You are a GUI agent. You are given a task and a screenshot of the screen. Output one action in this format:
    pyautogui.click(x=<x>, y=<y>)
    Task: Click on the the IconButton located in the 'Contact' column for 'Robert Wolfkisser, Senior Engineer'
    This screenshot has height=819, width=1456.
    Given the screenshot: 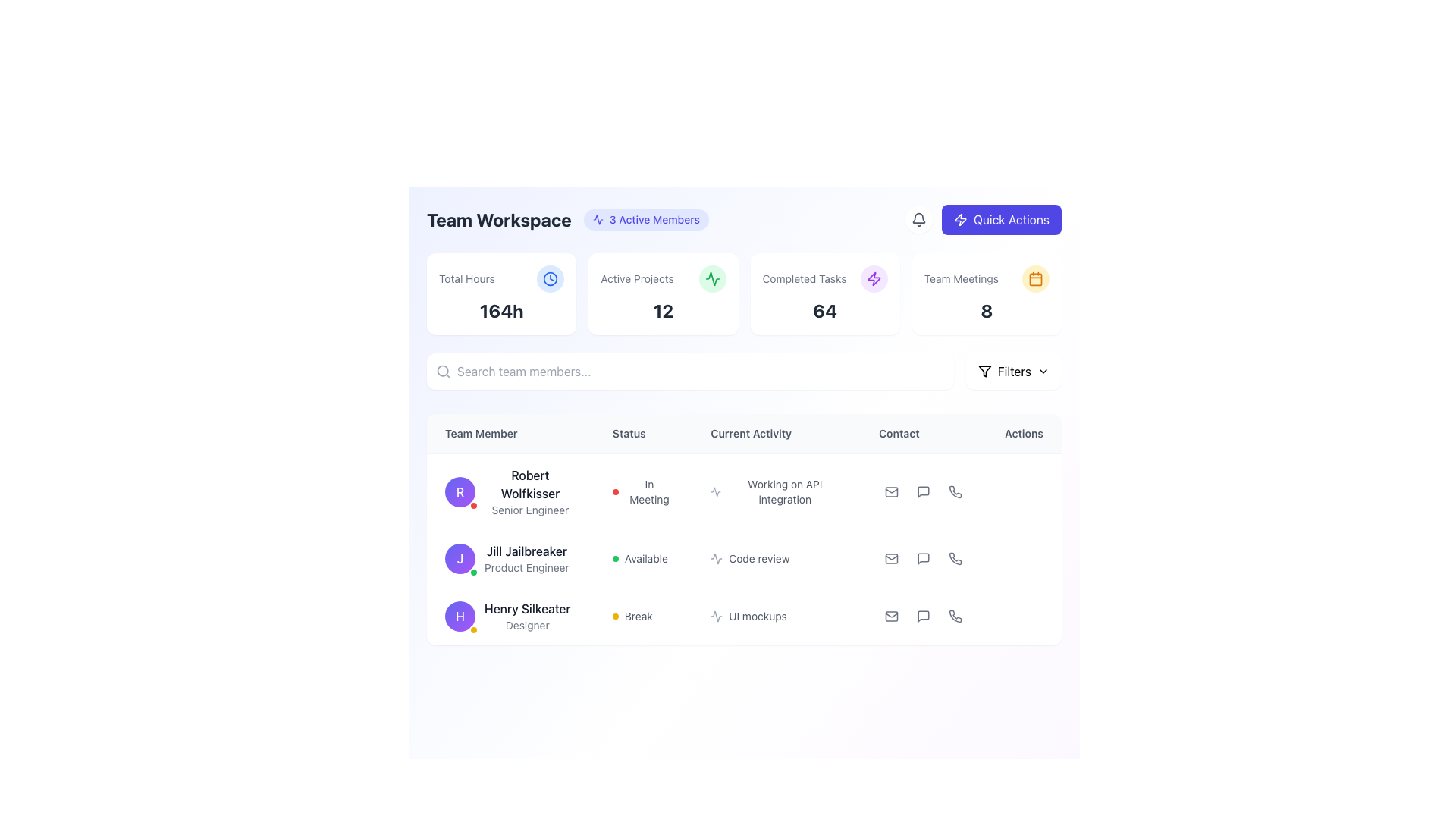 What is the action you would take?
    pyautogui.click(x=923, y=491)
    